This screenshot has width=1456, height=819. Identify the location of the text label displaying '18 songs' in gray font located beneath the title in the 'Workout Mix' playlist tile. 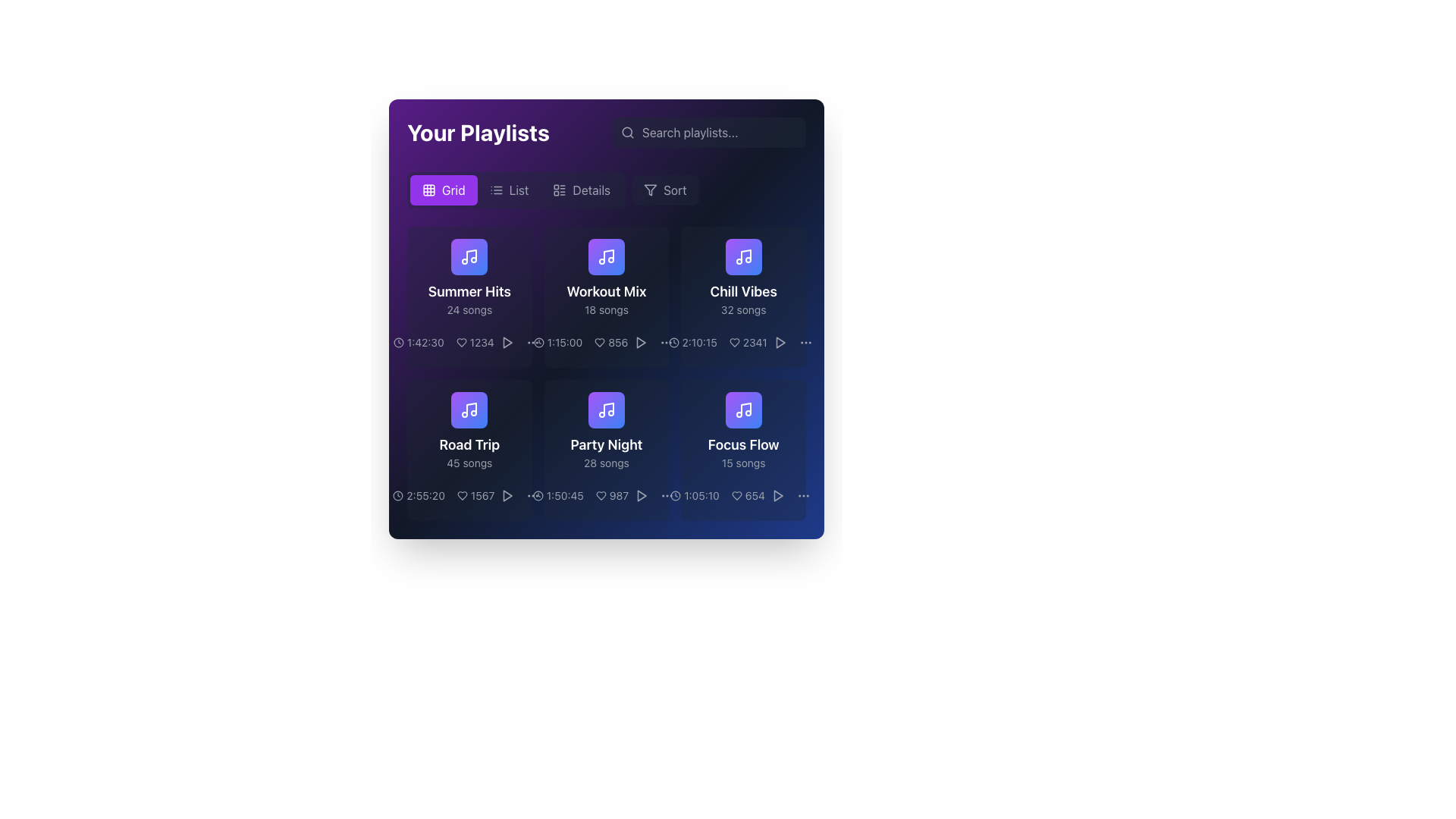
(607, 309).